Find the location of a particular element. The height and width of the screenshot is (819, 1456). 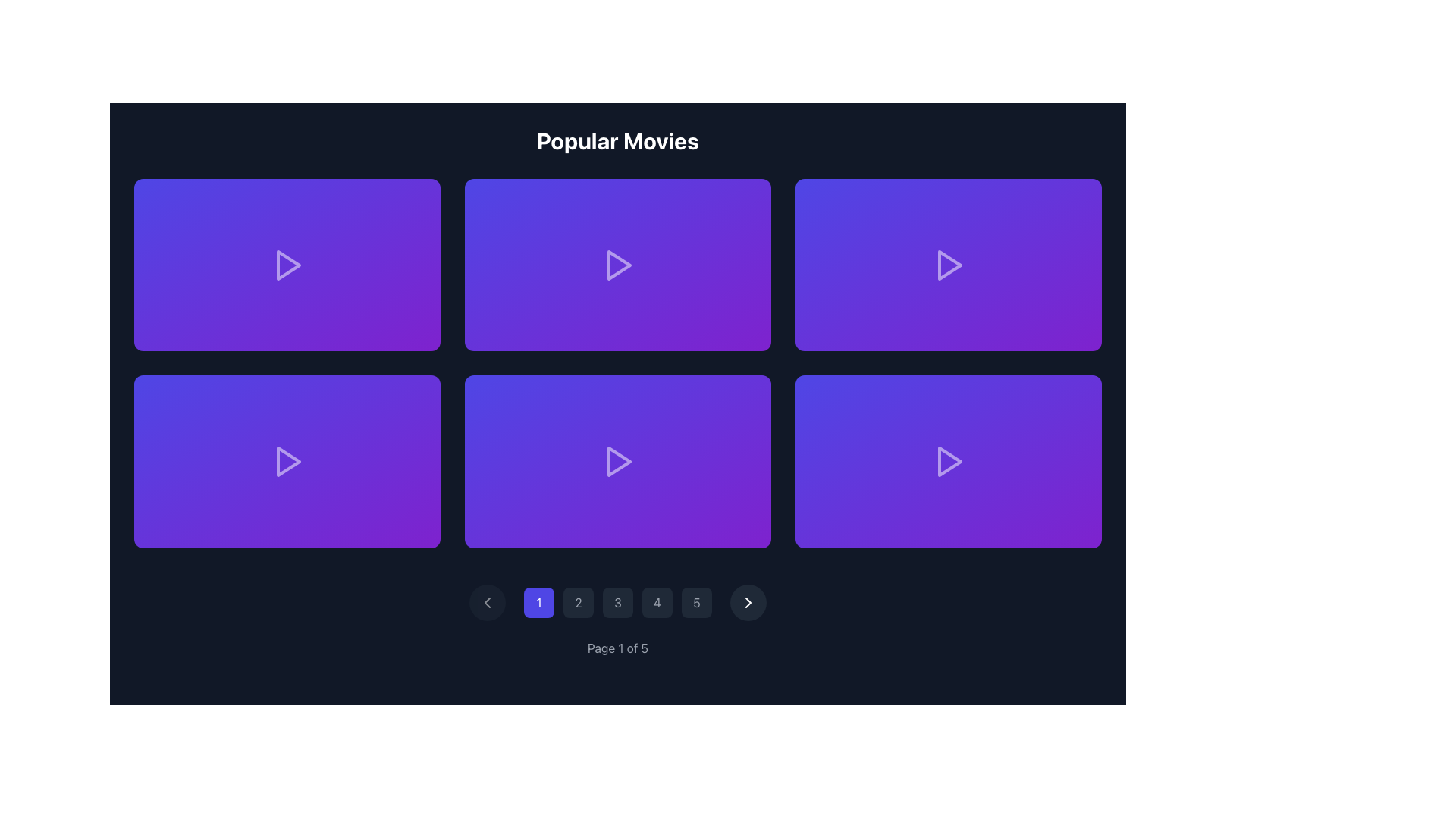

the leftward-pointing chevron icon styled as an SVG navigation arrow is located at coordinates (488, 601).